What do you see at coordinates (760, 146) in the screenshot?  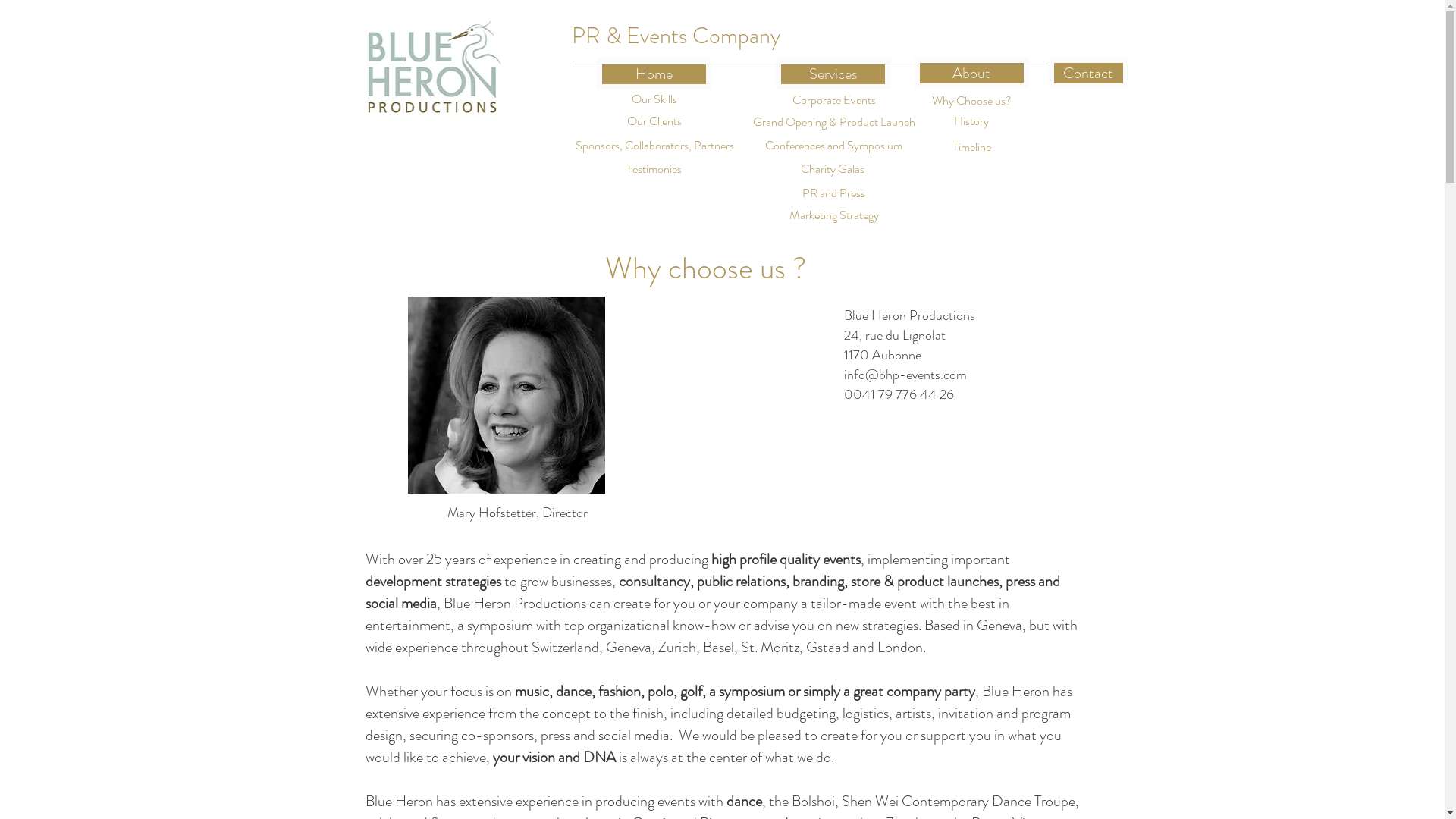 I see `'Conferences and Symposium'` at bounding box center [760, 146].